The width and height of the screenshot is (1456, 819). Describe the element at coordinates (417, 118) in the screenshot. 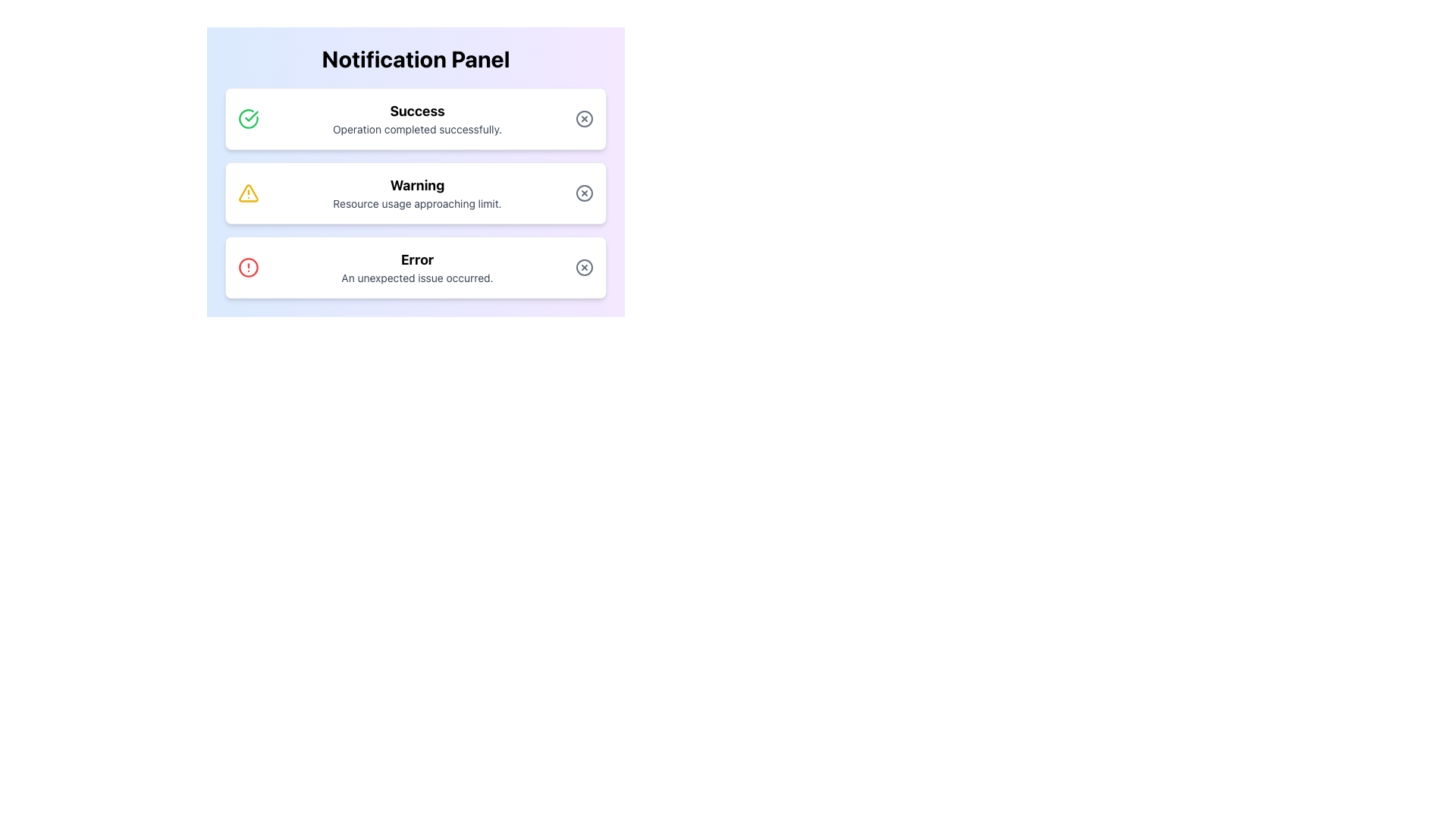

I see `informational message displayed in the first notification card, which indicates a successful operation and is located to the right of a green checkmark icon` at that location.